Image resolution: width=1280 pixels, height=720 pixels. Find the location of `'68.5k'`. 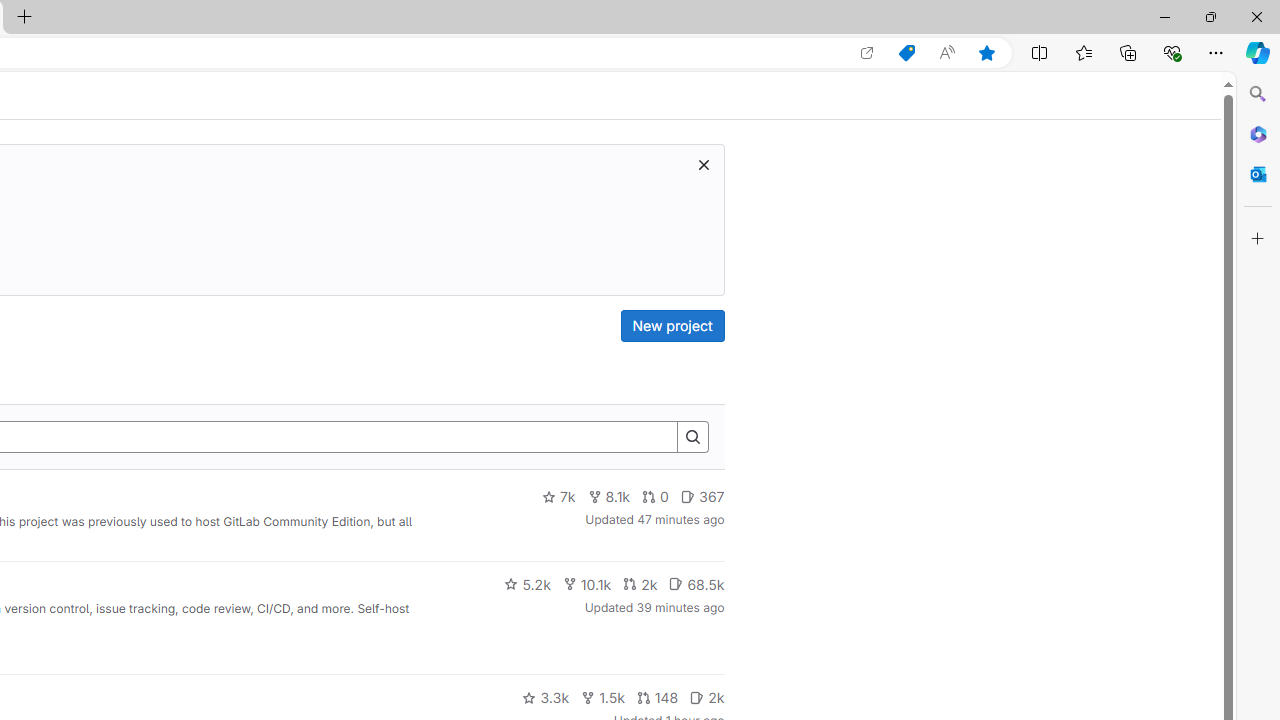

'68.5k' is located at coordinates (696, 583).